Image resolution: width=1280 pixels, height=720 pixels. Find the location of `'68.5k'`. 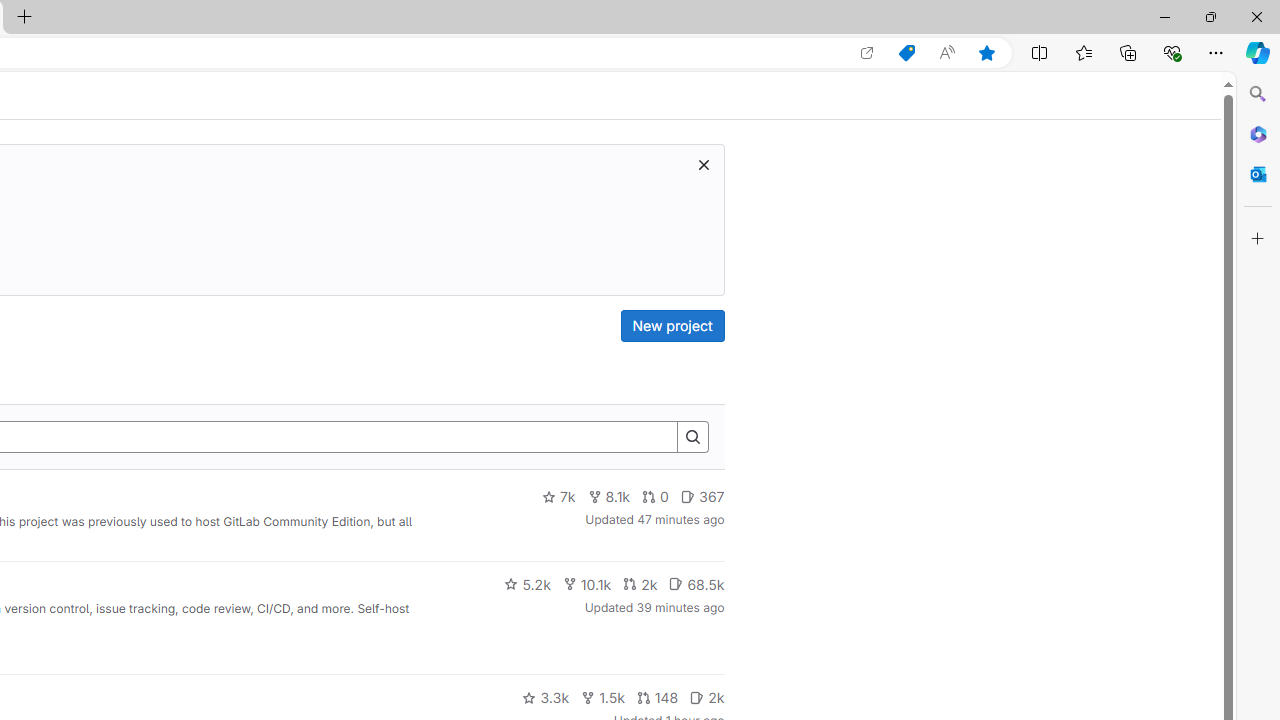

'68.5k' is located at coordinates (696, 583).